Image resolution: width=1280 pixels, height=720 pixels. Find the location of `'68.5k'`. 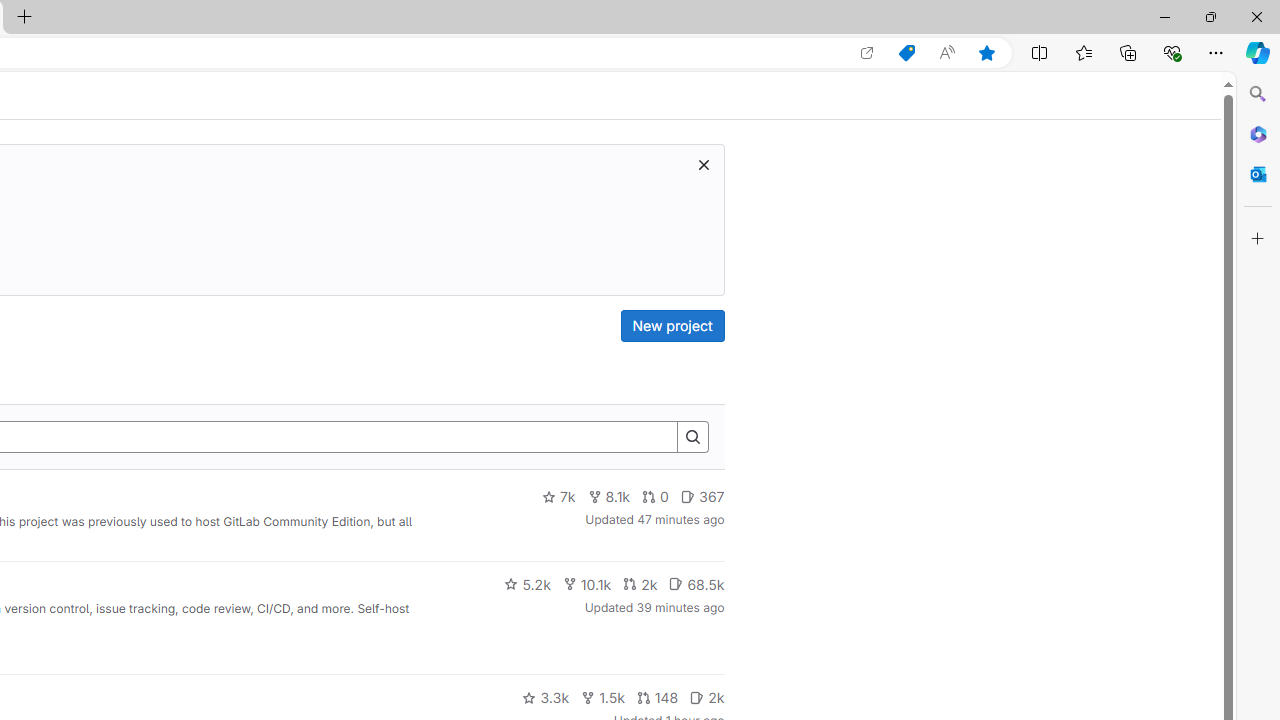

'68.5k' is located at coordinates (696, 583).